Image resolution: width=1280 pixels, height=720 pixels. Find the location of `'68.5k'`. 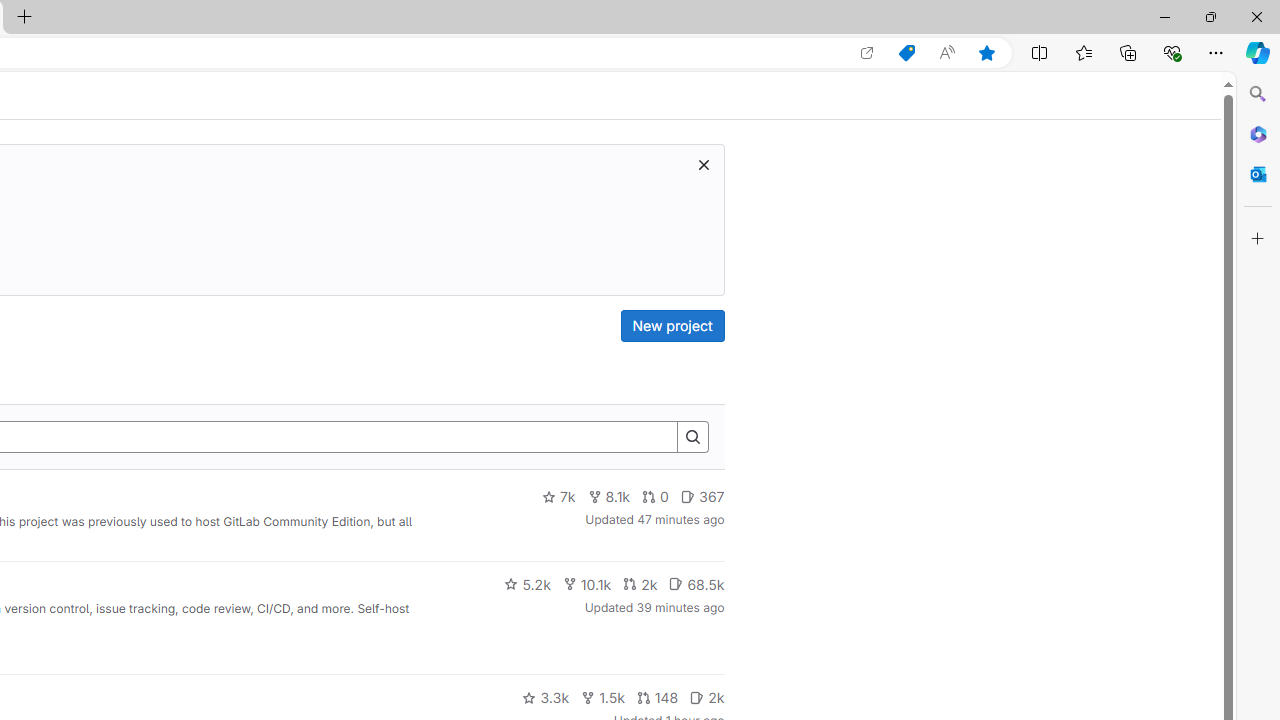

'68.5k' is located at coordinates (696, 583).